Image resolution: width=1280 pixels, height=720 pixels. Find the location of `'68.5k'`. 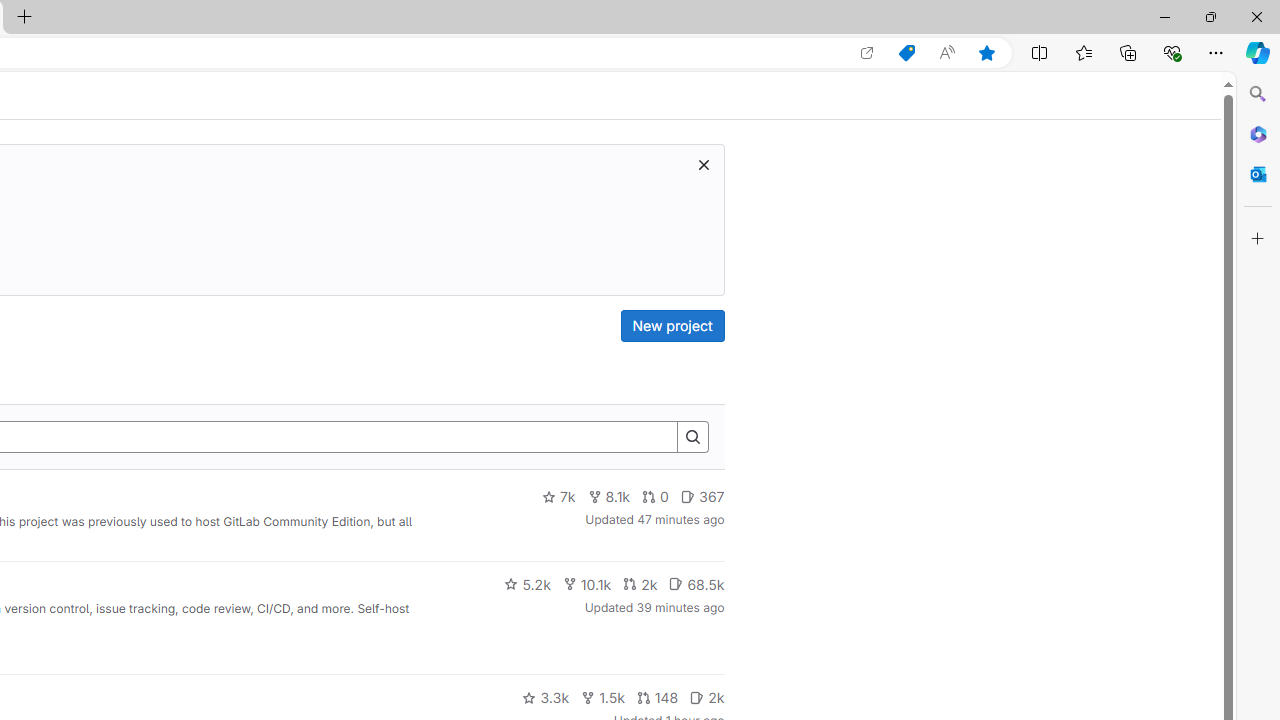

'68.5k' is located at coordinates (696, 583).